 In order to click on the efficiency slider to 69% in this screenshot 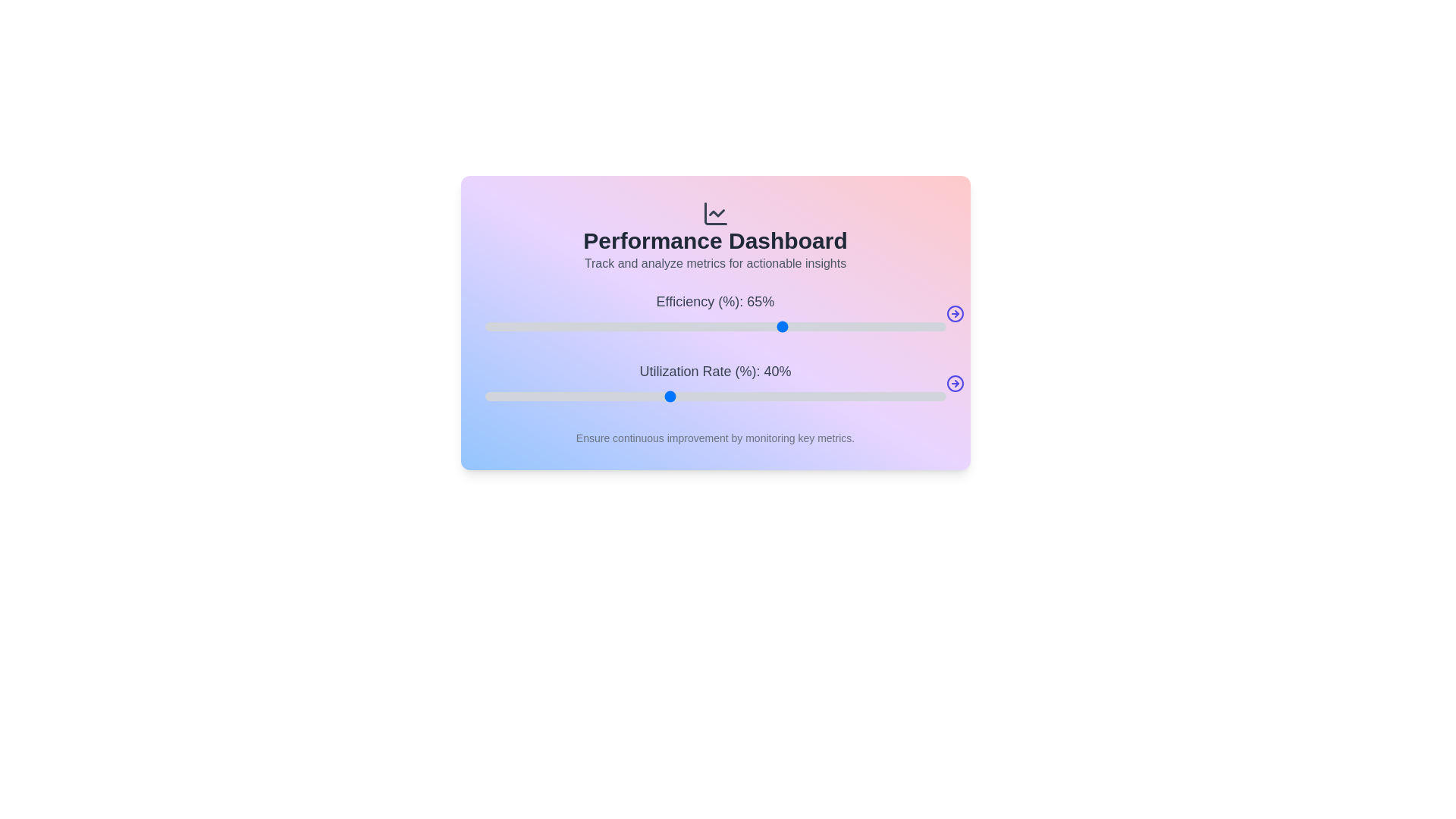, I will do `click(802, 326)`.